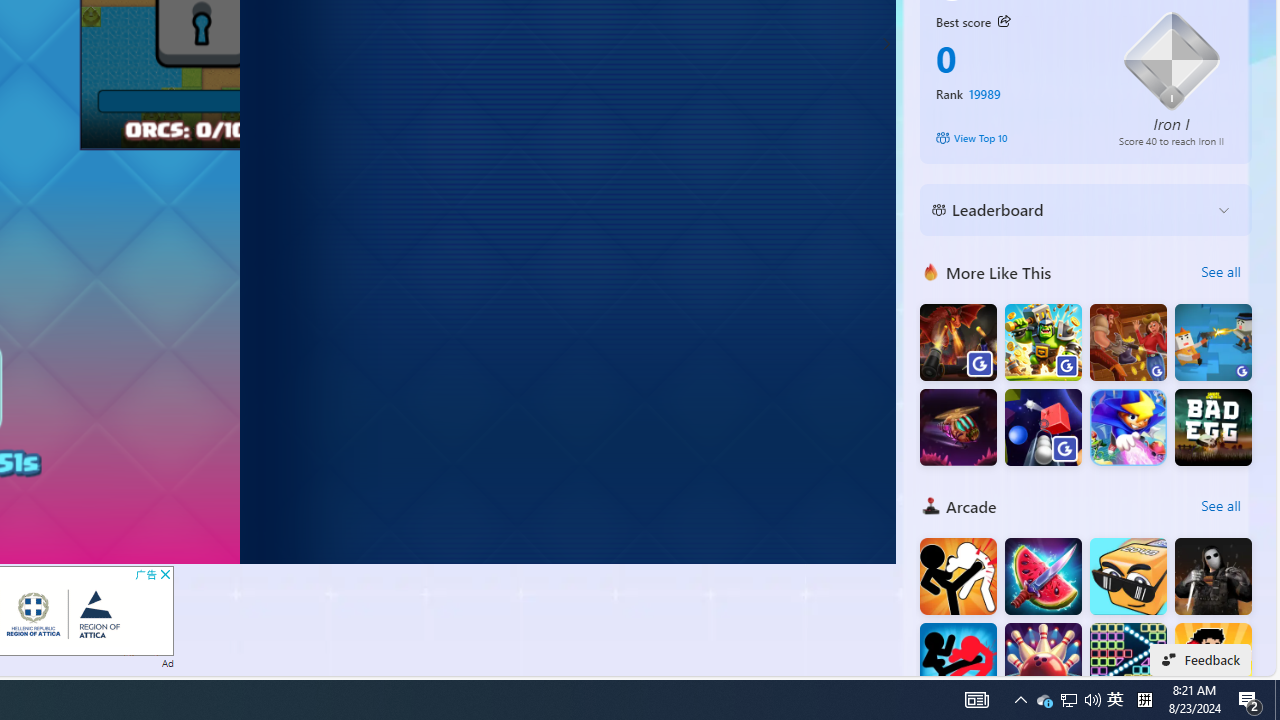 This screenshot has width=1280, height=720. What do you see at coordinates (930, 505) in the screenshot?
I see `'Arcade'` at bounding box center [930, 505].